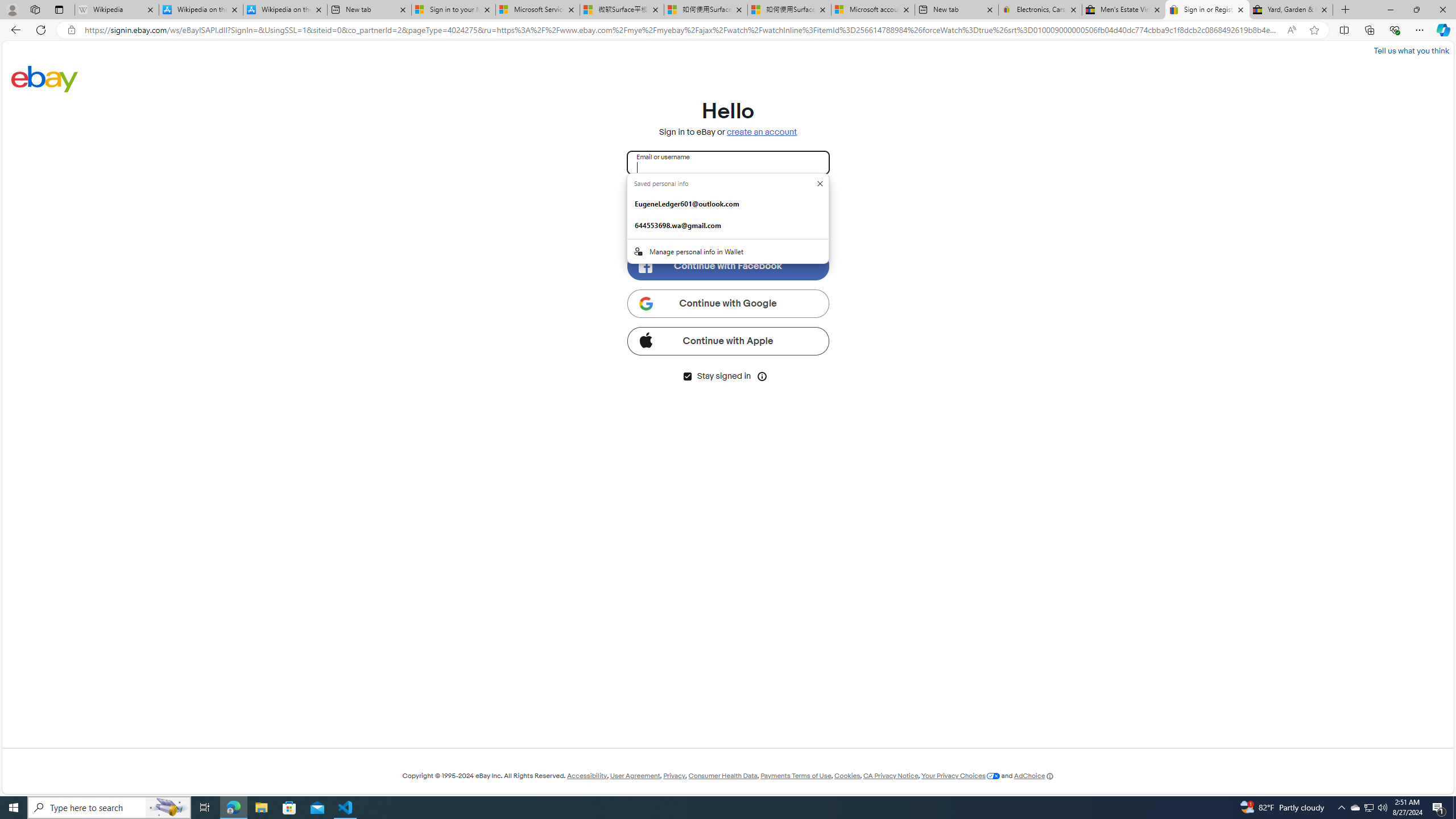 The height and width of the screenshot is (819, 1456). Describe the element at coordinates (795, 775) in the screenshot. I see `'Payments Terms of Use'` at that location.